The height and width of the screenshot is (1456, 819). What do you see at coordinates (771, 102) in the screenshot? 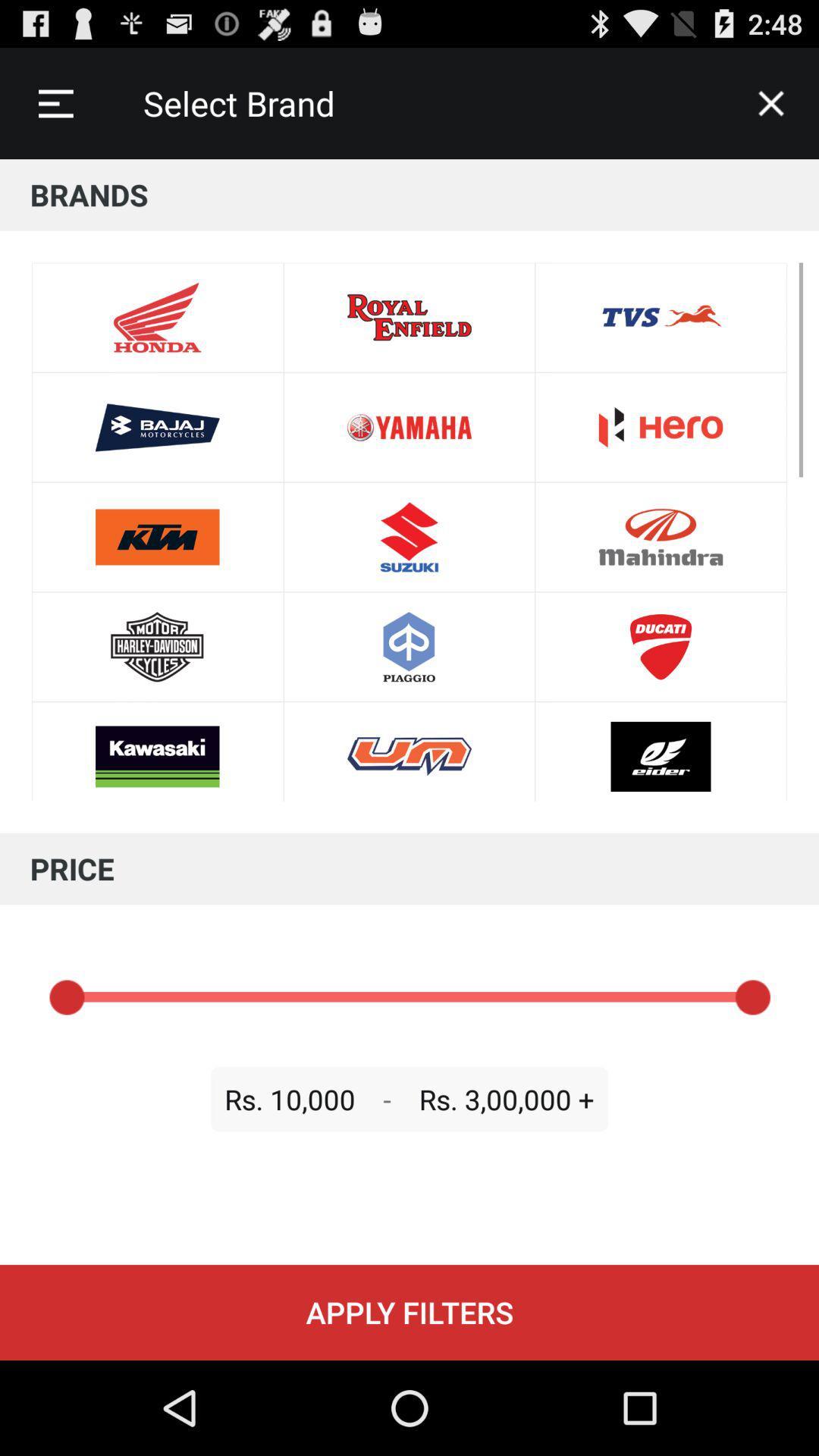
I see `the item above brands` at bounding box center [771, 102].